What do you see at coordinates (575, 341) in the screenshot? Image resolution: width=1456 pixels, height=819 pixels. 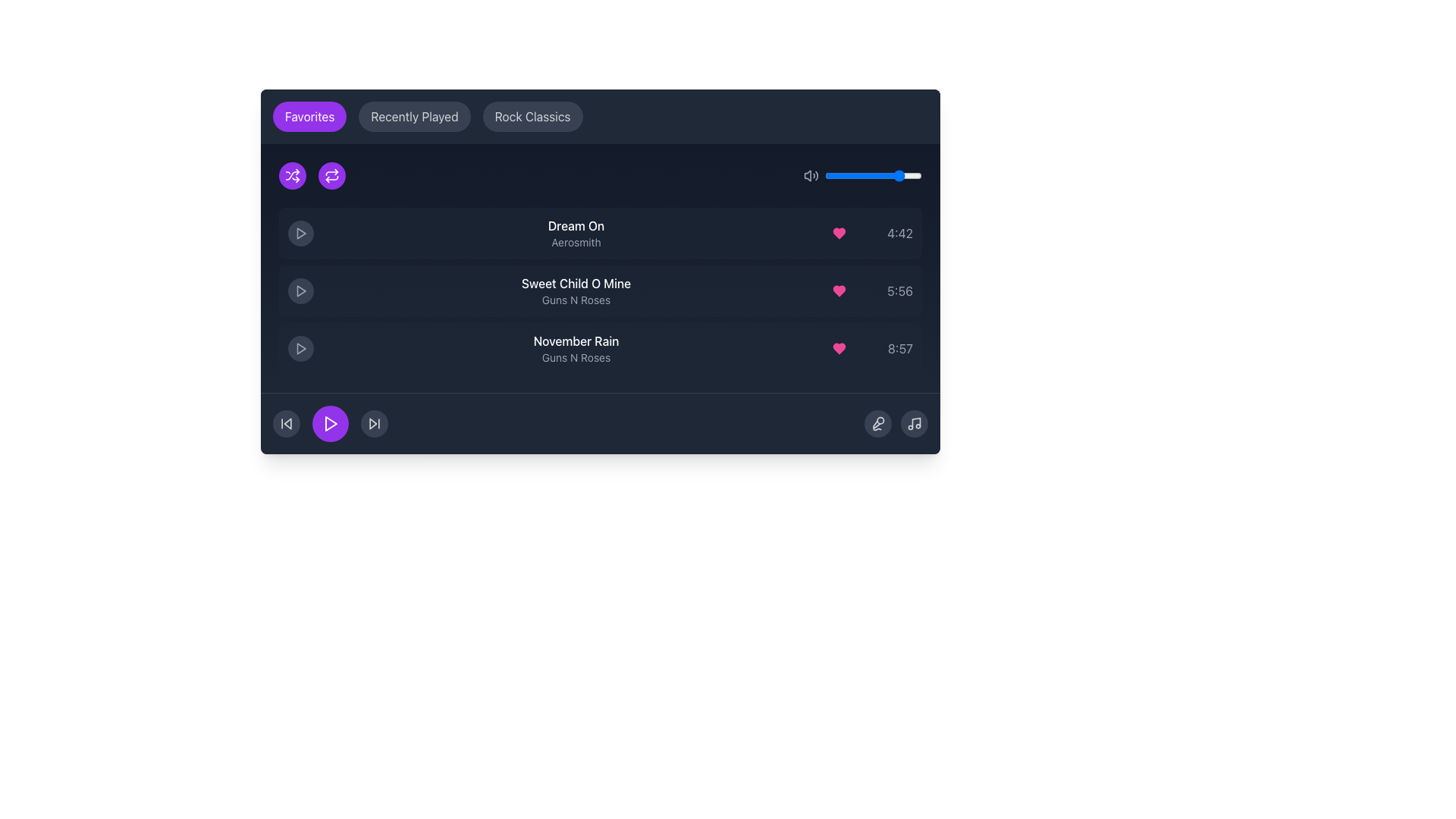 I see `text label displaying 'November Rain' in bold white font, which is located in the third row of the playlist interface, above the artist information 'Guns N Roses'` at bounding box center [575, 341].